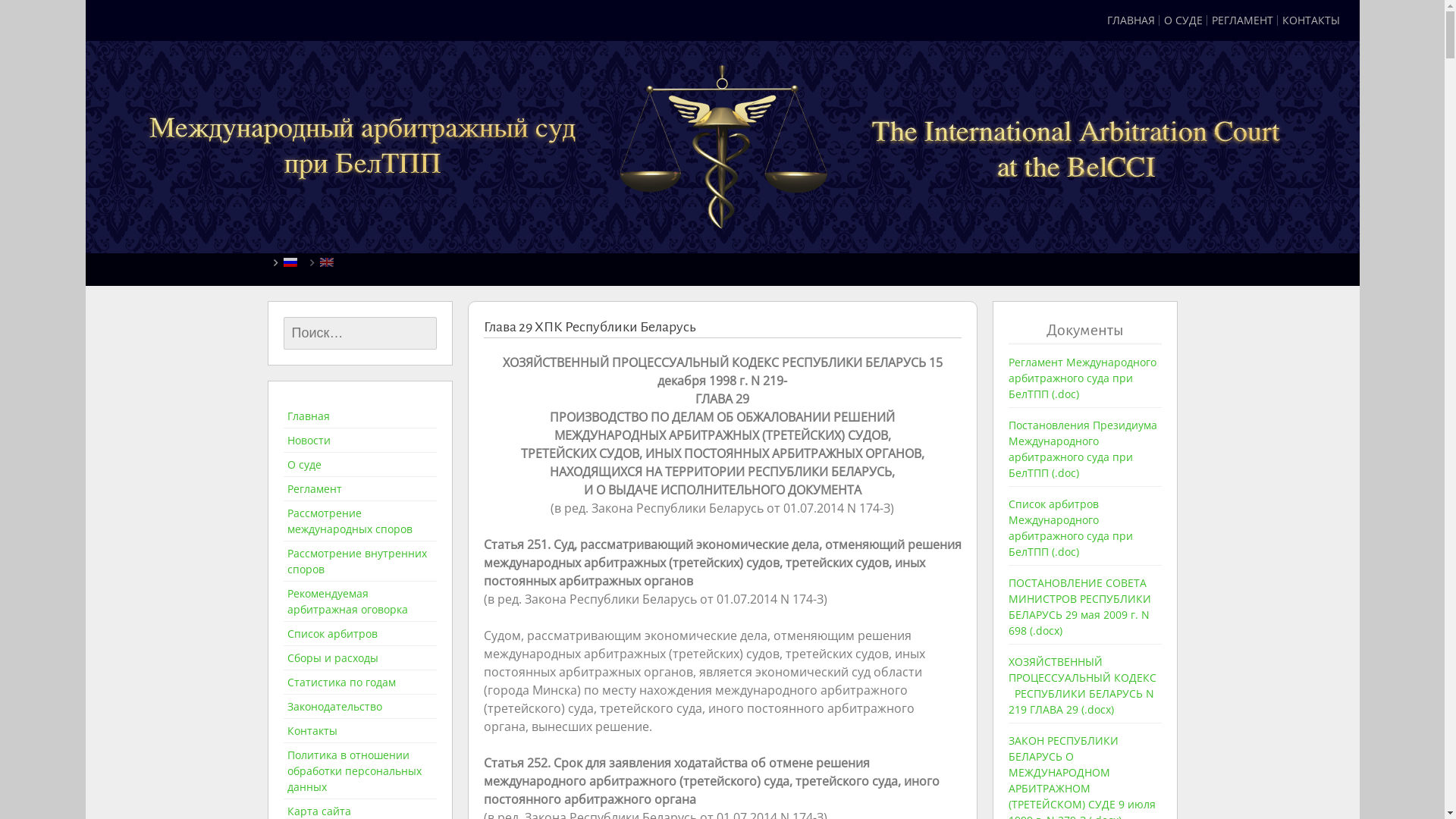  What do you see at coordinates (290, 260) in the screenshot?
I see `'Russian (ru)'` at bounding box center [290, 260].